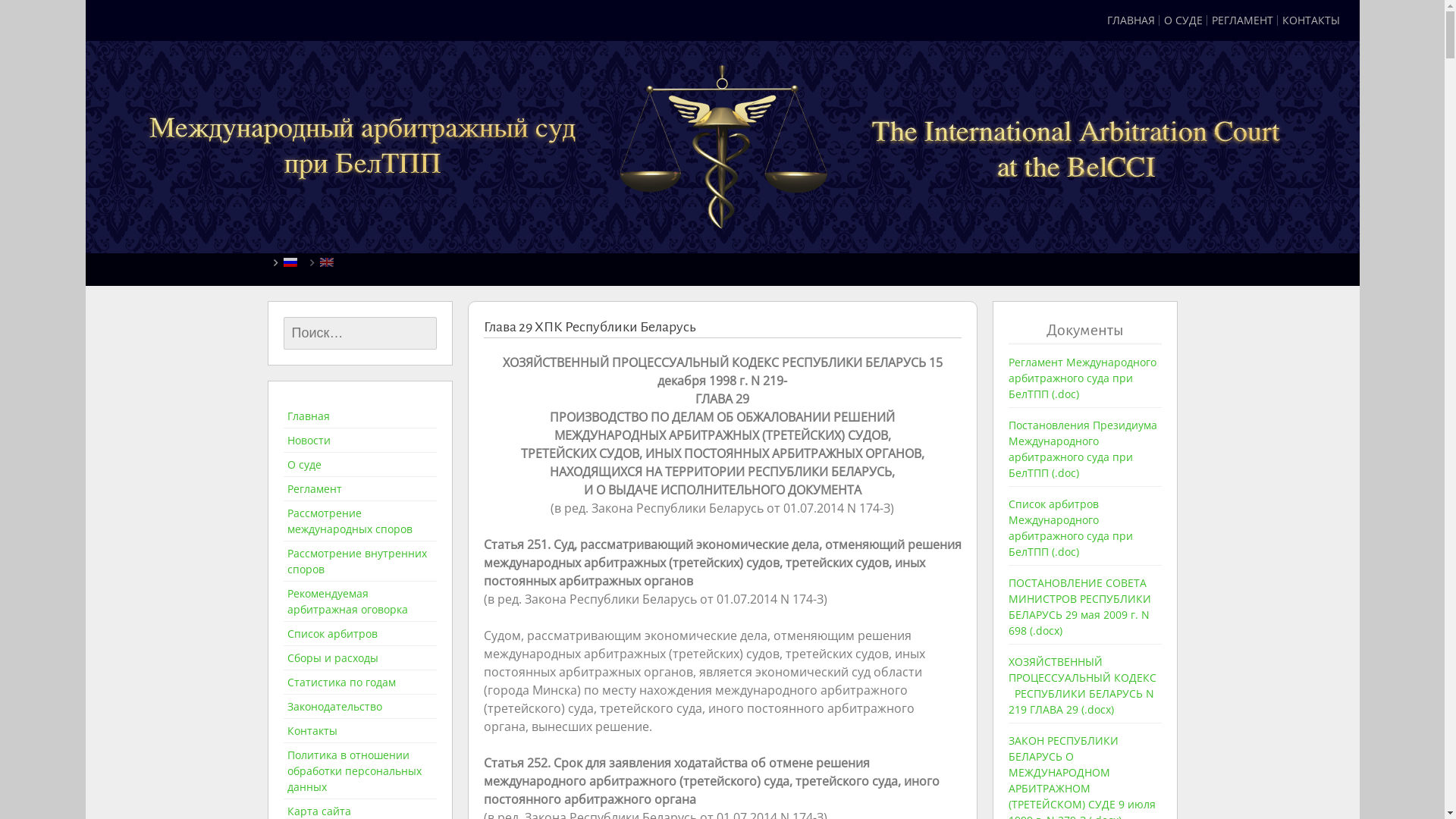  What do you see at coordinates (290, 260) in the screenshot?
I see `'Russian (ru)'` at bounding box center [290, 260].